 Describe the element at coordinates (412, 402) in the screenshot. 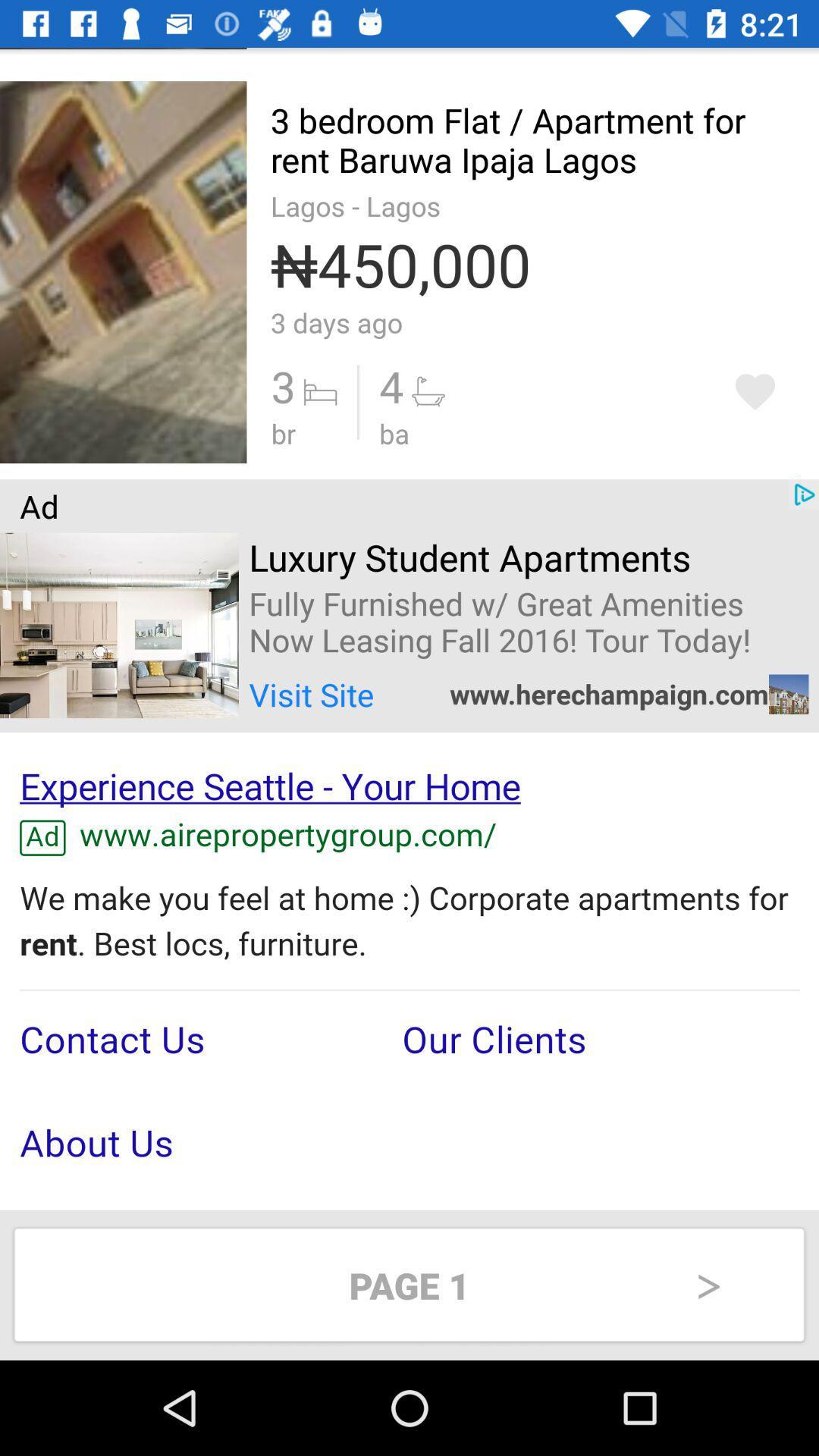

I see `the option which is beside 3` at that location.